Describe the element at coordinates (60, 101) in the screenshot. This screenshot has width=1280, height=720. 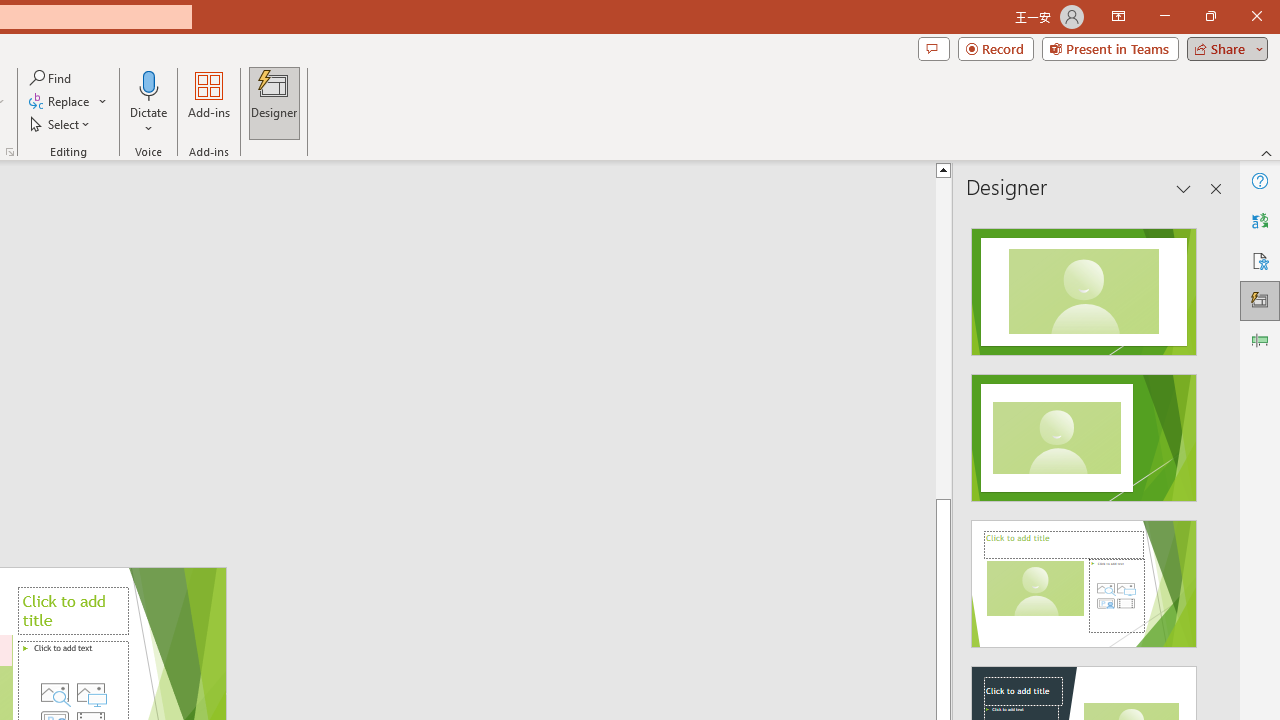
I see `'Replace...'` at that location.